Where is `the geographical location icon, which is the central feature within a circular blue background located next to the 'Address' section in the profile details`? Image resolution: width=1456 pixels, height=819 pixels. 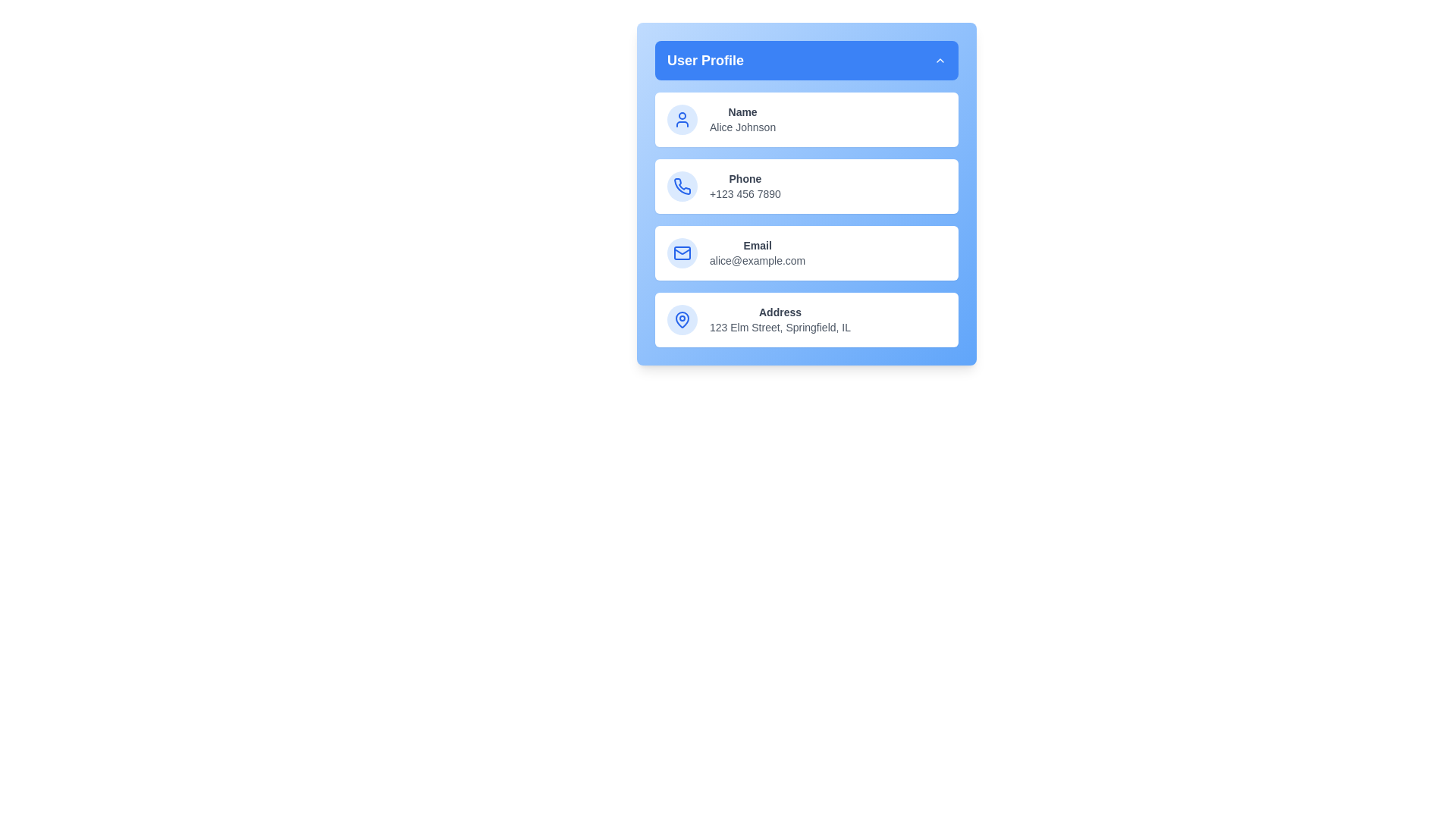
the geographical location icon, which is the central feature within a circular blue background located next to the 'Address' section in the profile details is located at coordinates (682, 318).